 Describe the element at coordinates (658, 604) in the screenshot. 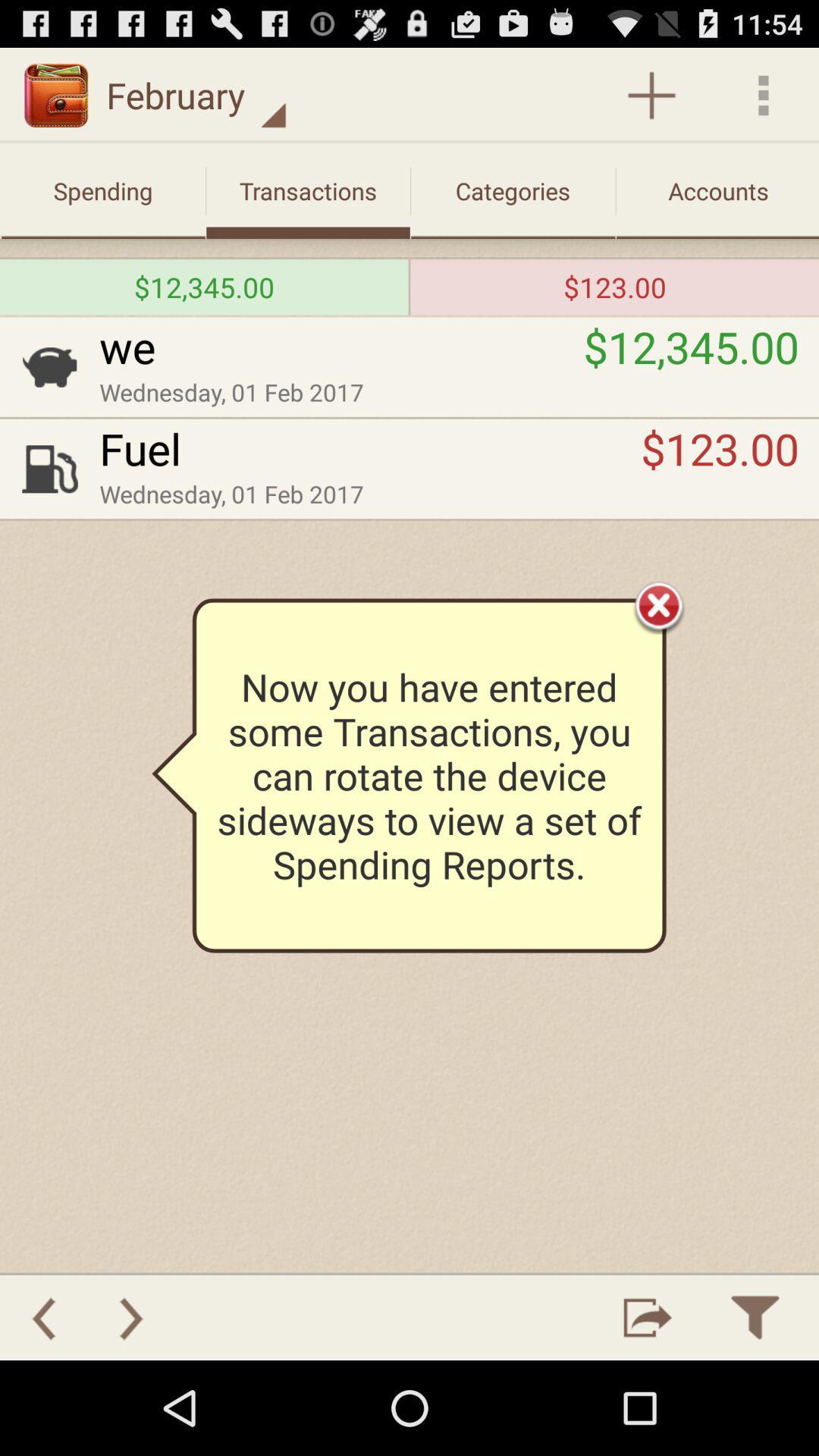

I see `the icon on the right` at that location.